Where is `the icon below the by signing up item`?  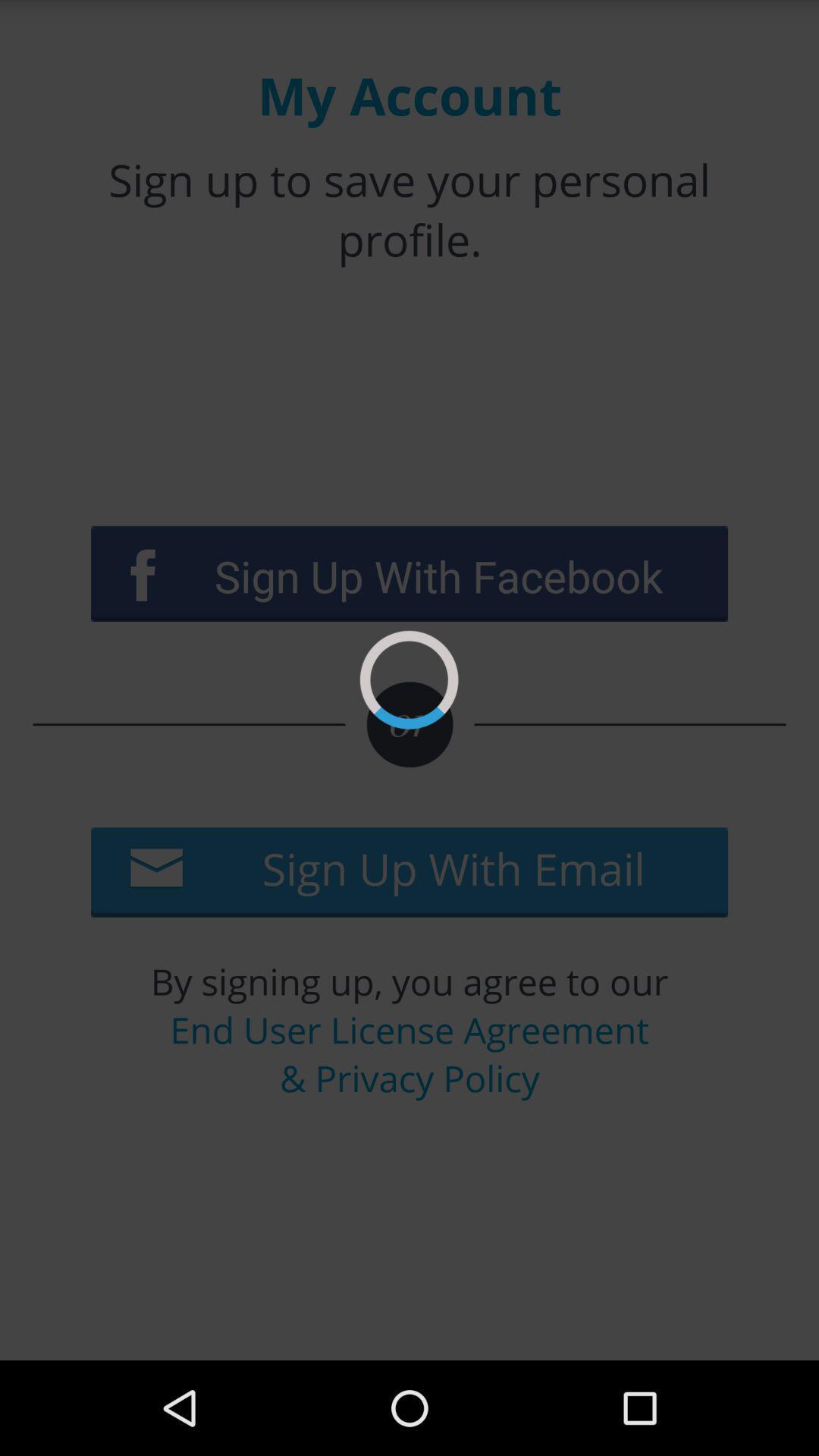
the icon below the by signing up item is located at coordinates (409, 1053).